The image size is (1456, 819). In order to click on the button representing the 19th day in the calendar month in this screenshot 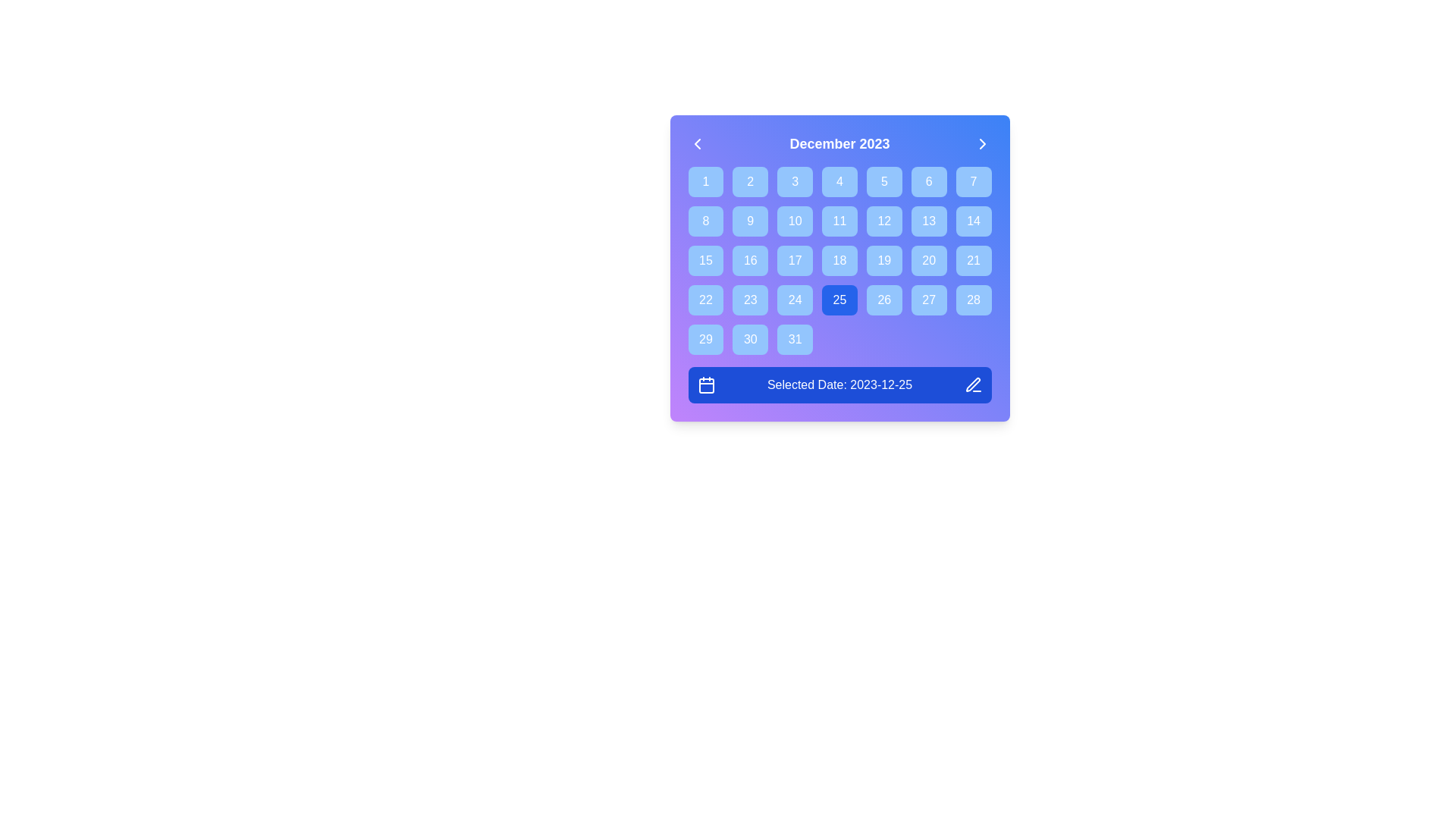, I will do `click(884, 259)`.